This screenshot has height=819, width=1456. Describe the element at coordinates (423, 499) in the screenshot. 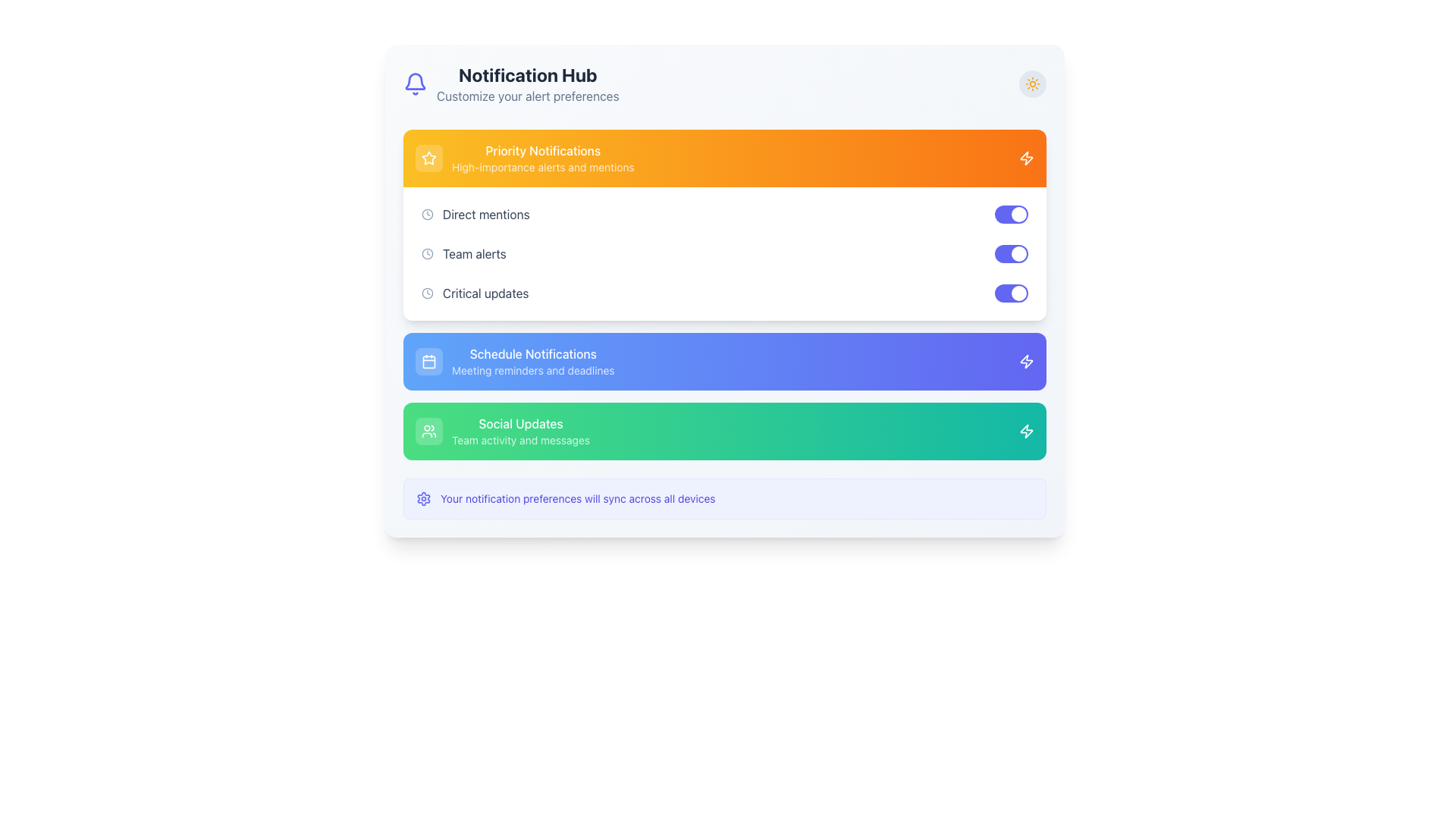

I see `the settings icon represented by a gear image located at the top-right corner of the interface` at that location.